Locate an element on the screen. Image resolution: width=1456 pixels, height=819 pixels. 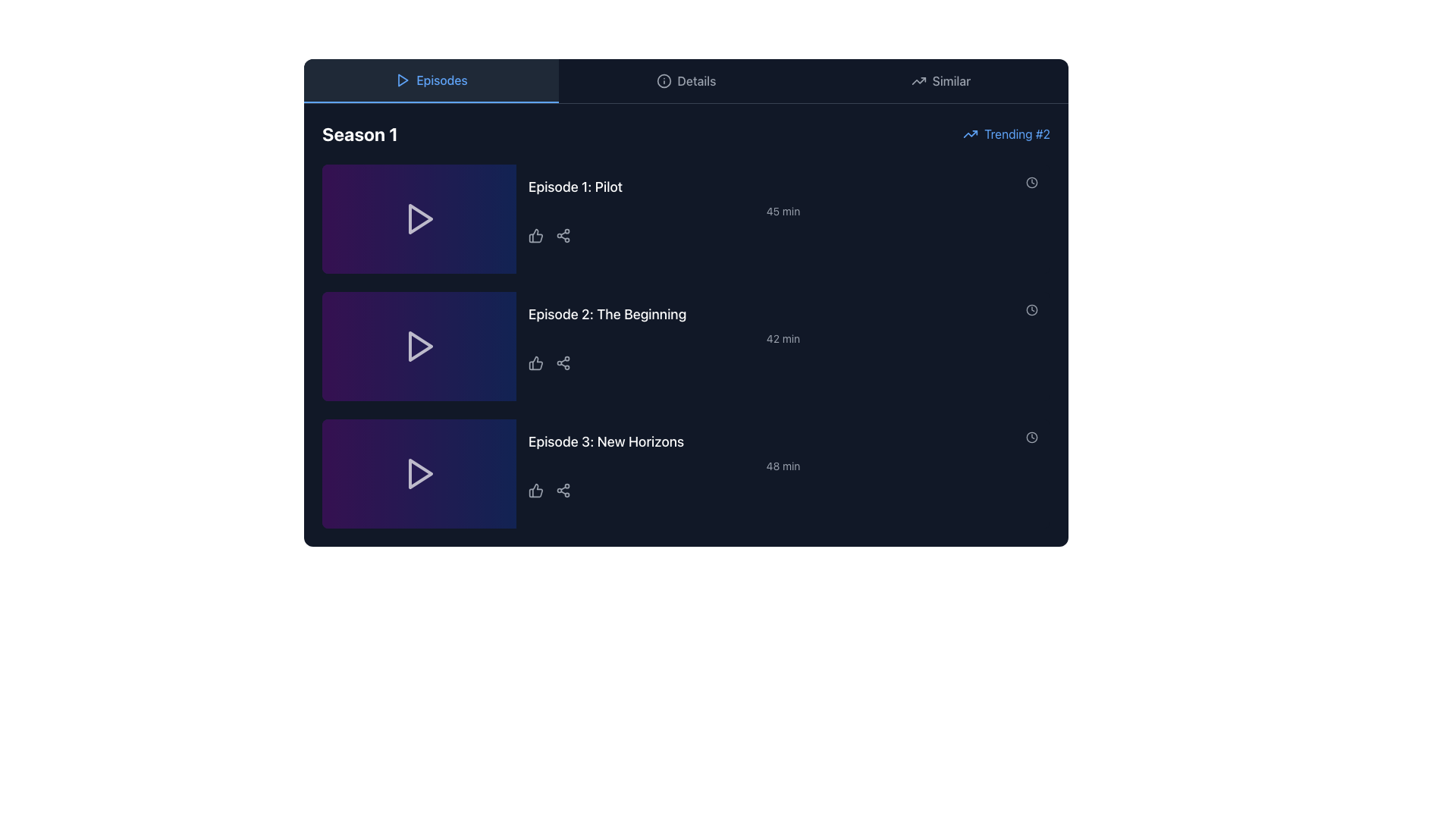
the triangular play icon associated with 'Episode 2: The Beginning' is located at coordinates (421, 346).